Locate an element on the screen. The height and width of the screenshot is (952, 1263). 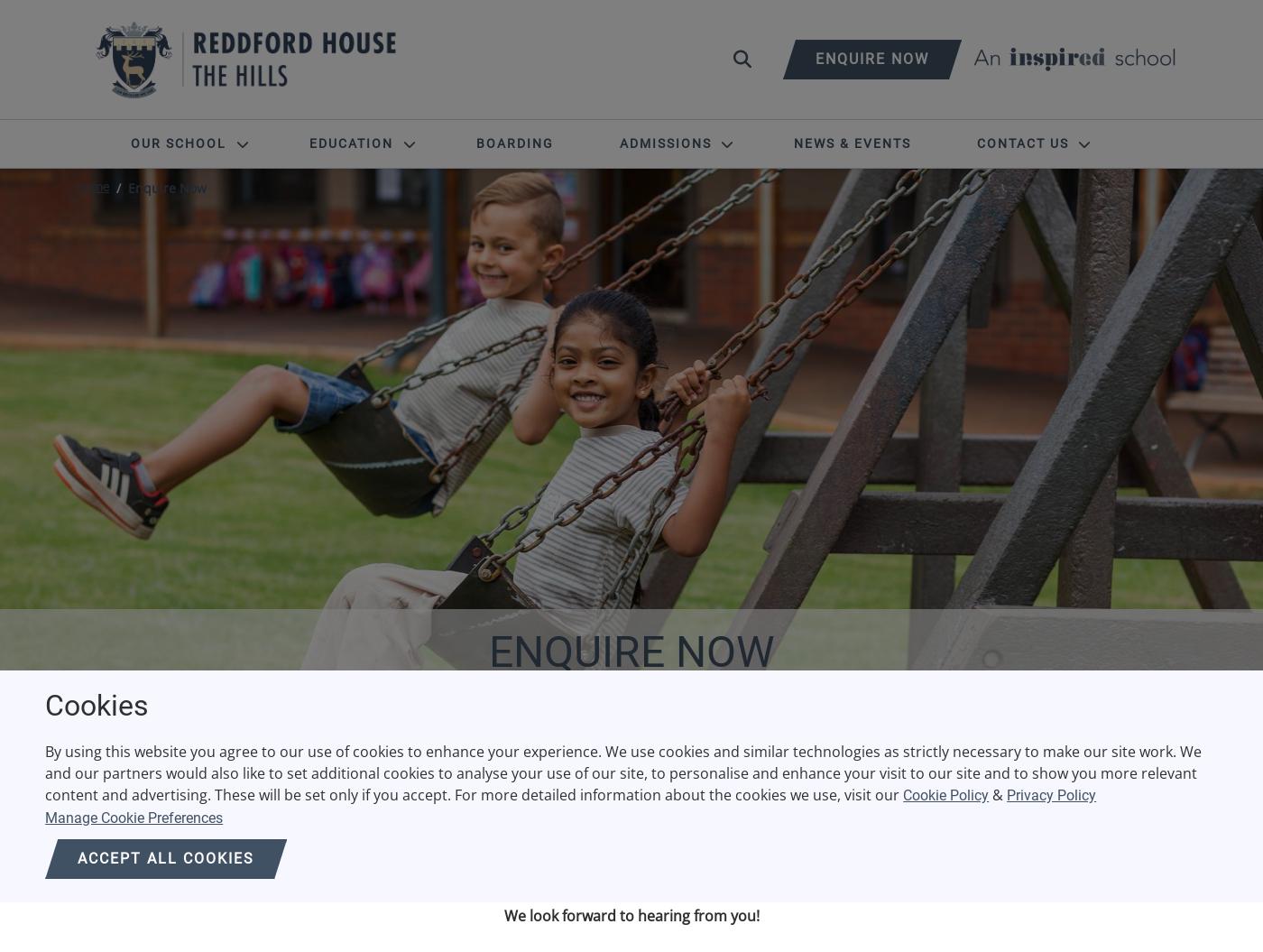
'WE CREATE EXCEPTIONAL LEARNING EXPERIENCES' is located at coordinates (631, 741).